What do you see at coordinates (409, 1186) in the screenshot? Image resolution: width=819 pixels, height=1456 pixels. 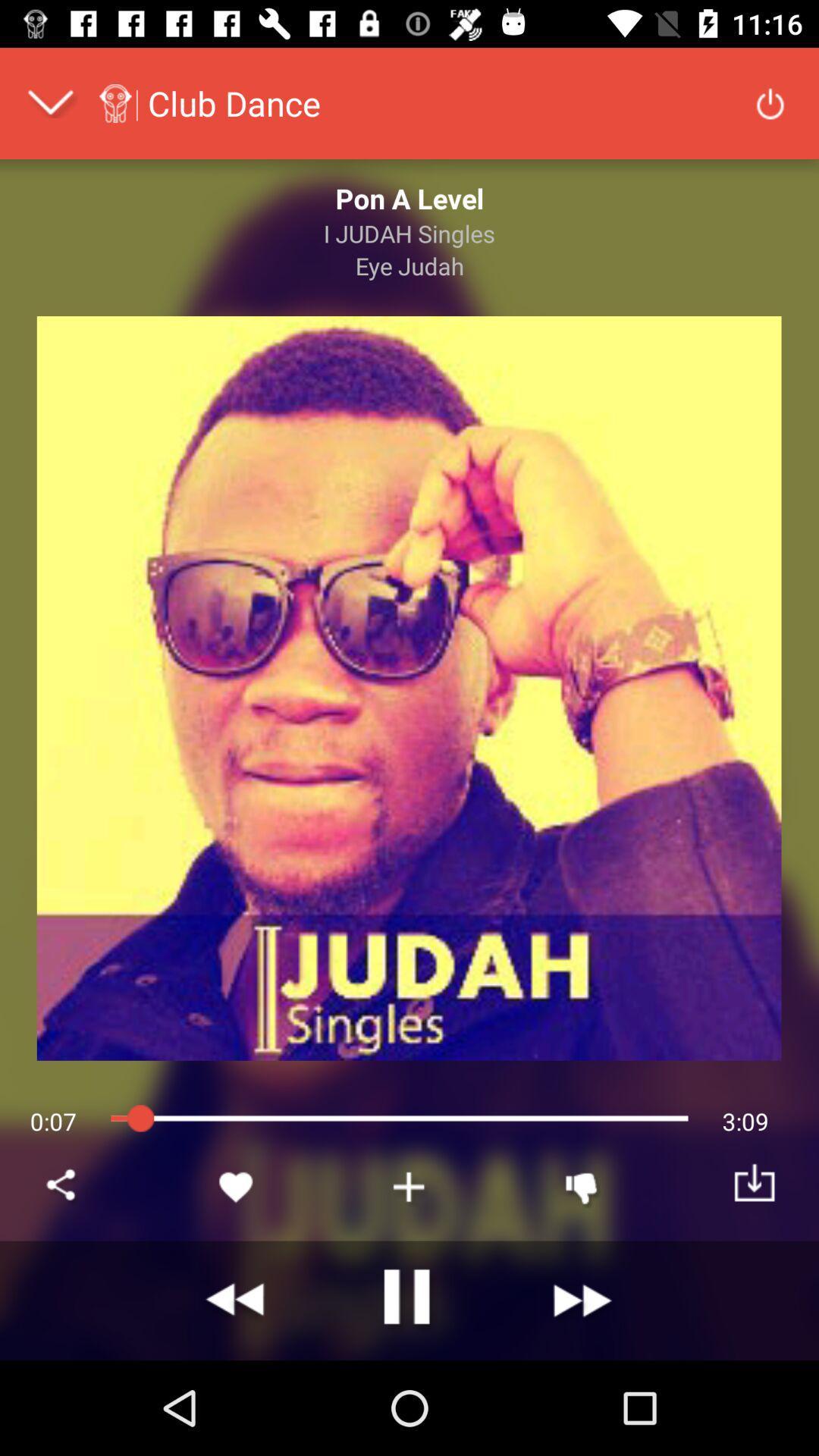 I see `the add icon` at bounding box center [409, 1186].